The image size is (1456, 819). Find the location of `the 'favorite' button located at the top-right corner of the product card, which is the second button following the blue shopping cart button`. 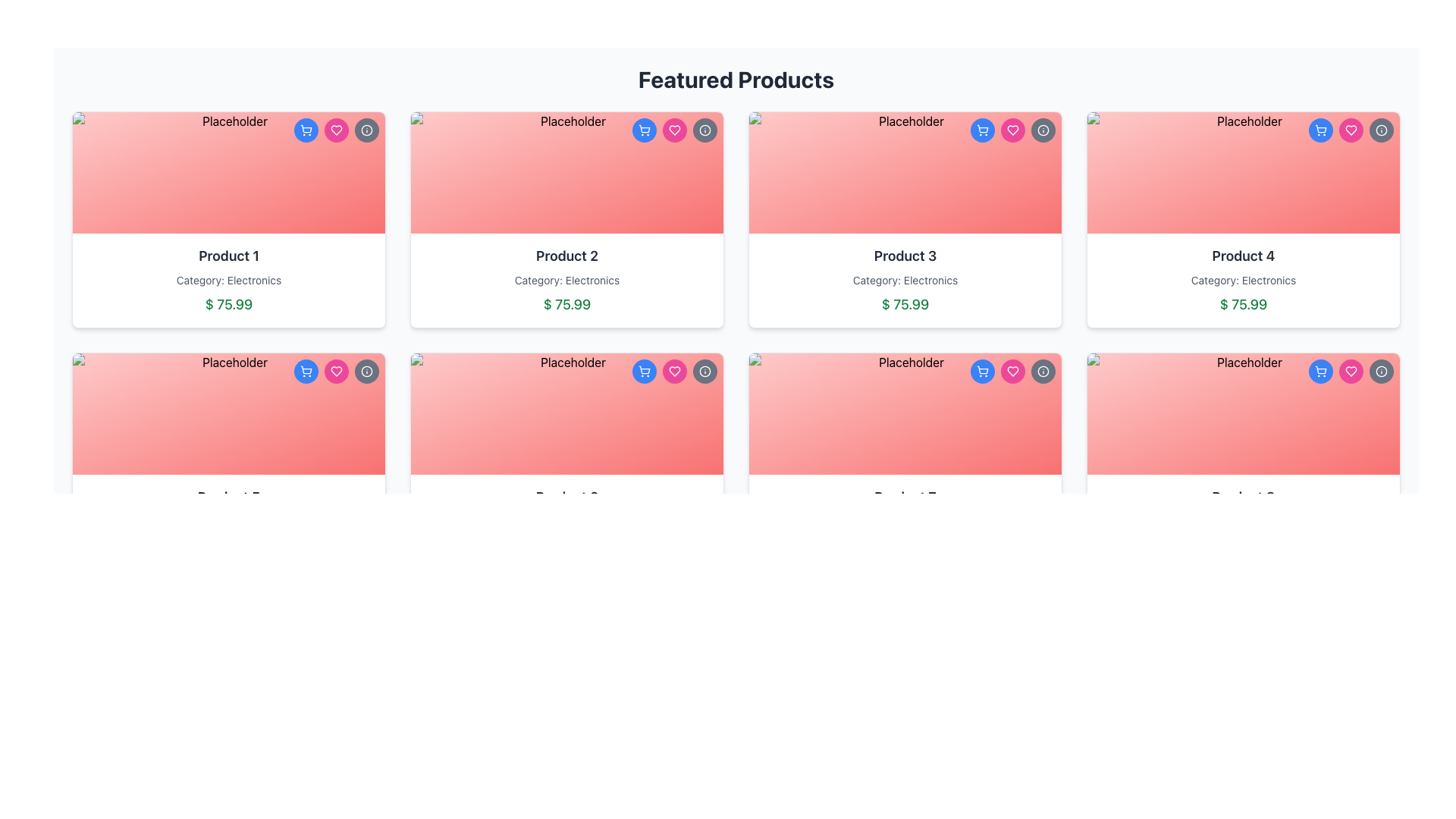

the 'favorite' button located at the top-right corner of the product card, which is the second button following the blue shopping cart button is located at coordinates (1012, 371).